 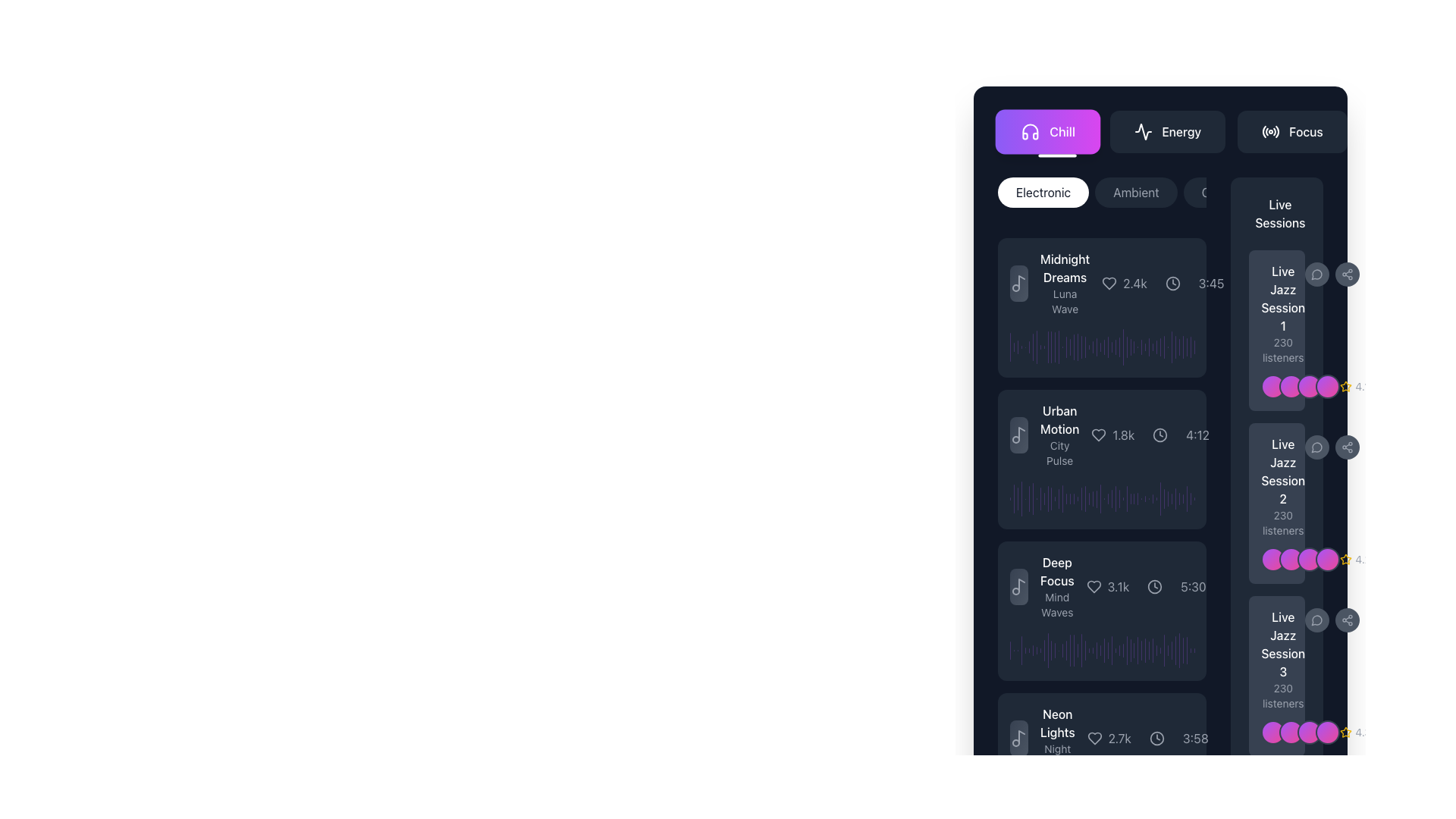 What do you see at coordinates (1282, 350) in the screenshot?
I see `the text label displaying '230 listeners' located beneath the title 'Live Jazz Session 1' in the 'Live Sessions' section` at bounding box center [1282, 350].